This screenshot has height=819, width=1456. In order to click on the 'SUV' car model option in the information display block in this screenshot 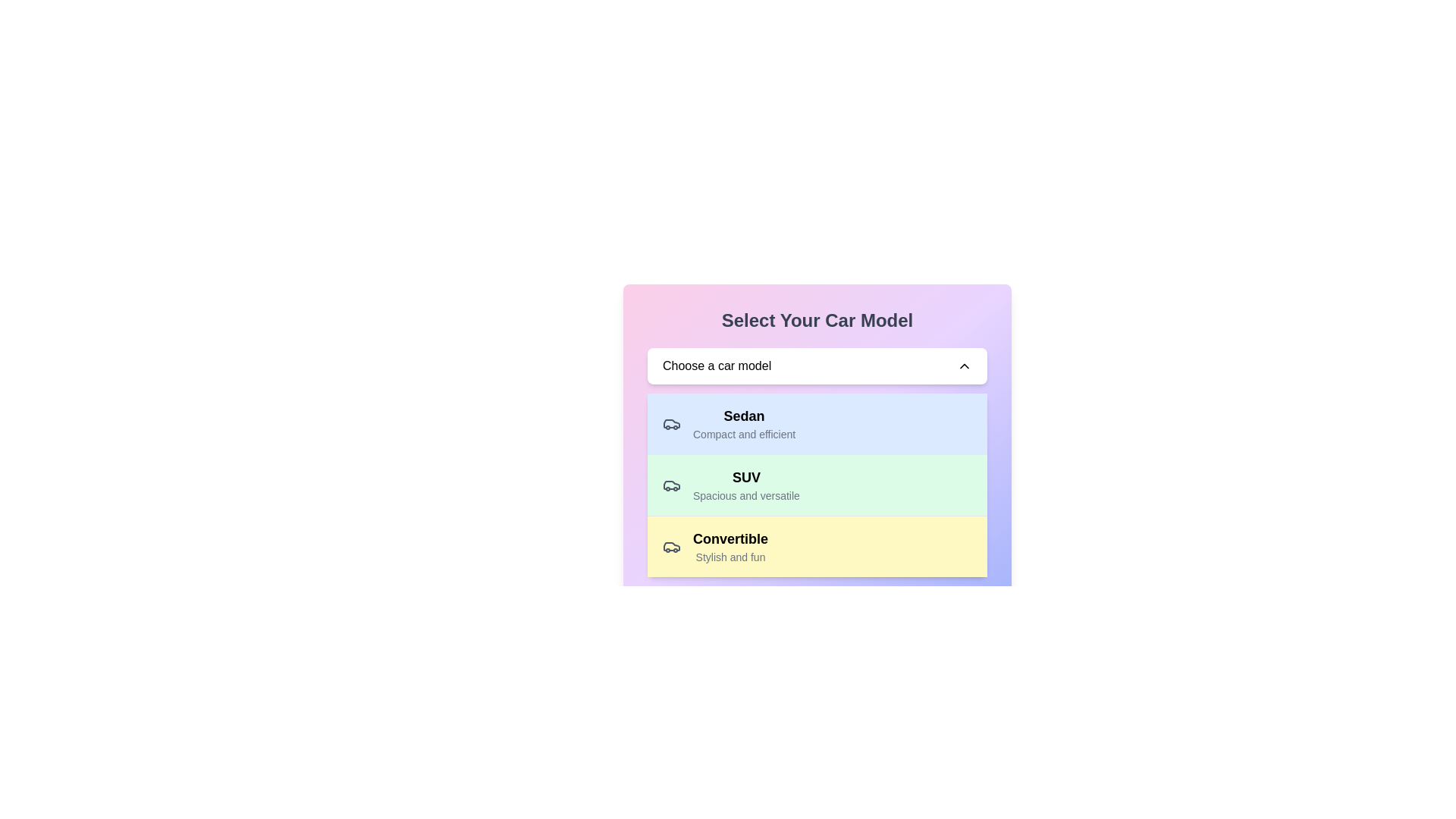, I will do `click(746, 485)`.